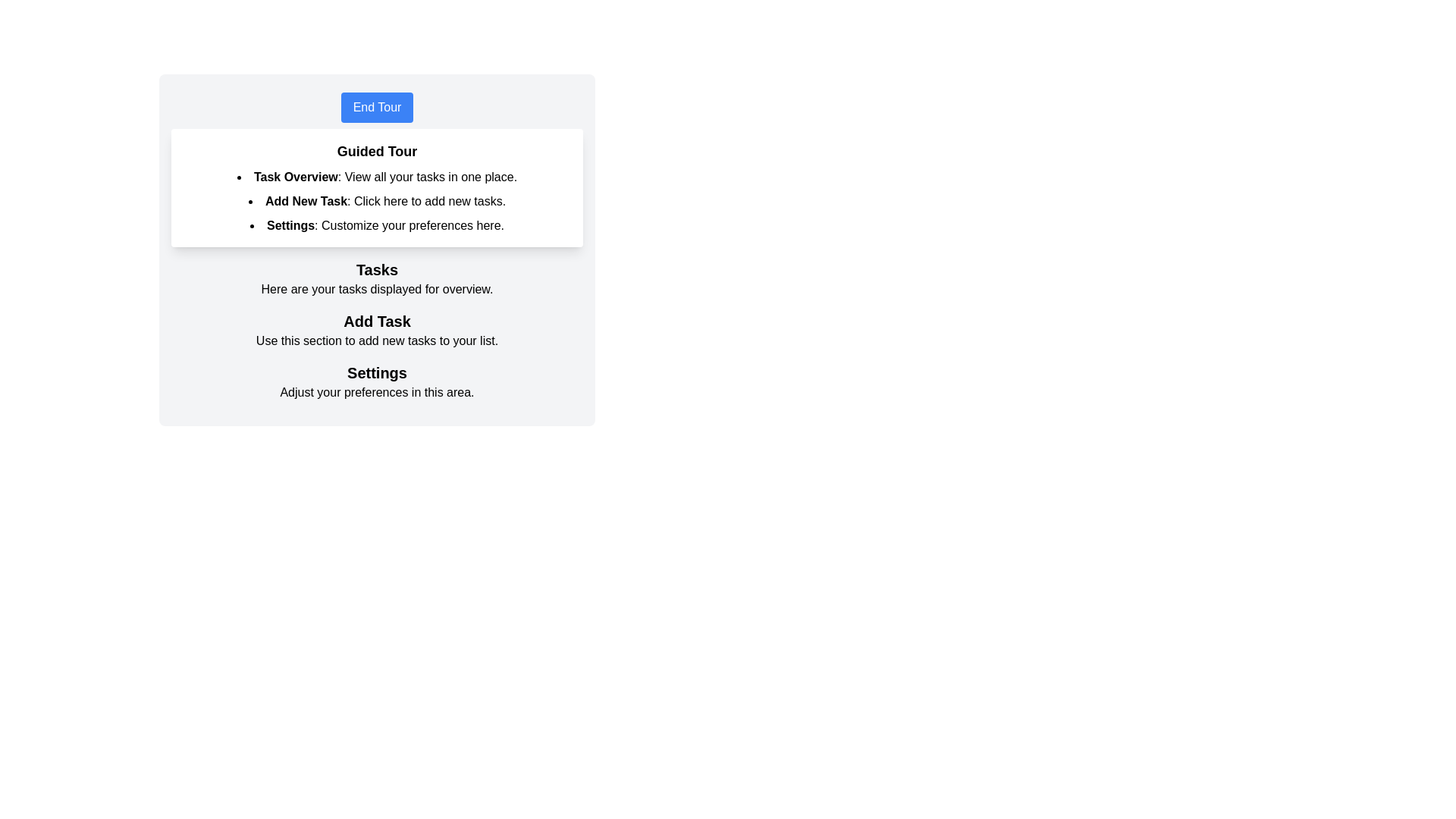 The height and width of the screenshot is (819, 1456). I want to click on the 'Settings' text label, which is the third item in a bulleted list under the heading 'Guided Tour', so click(290, 225).